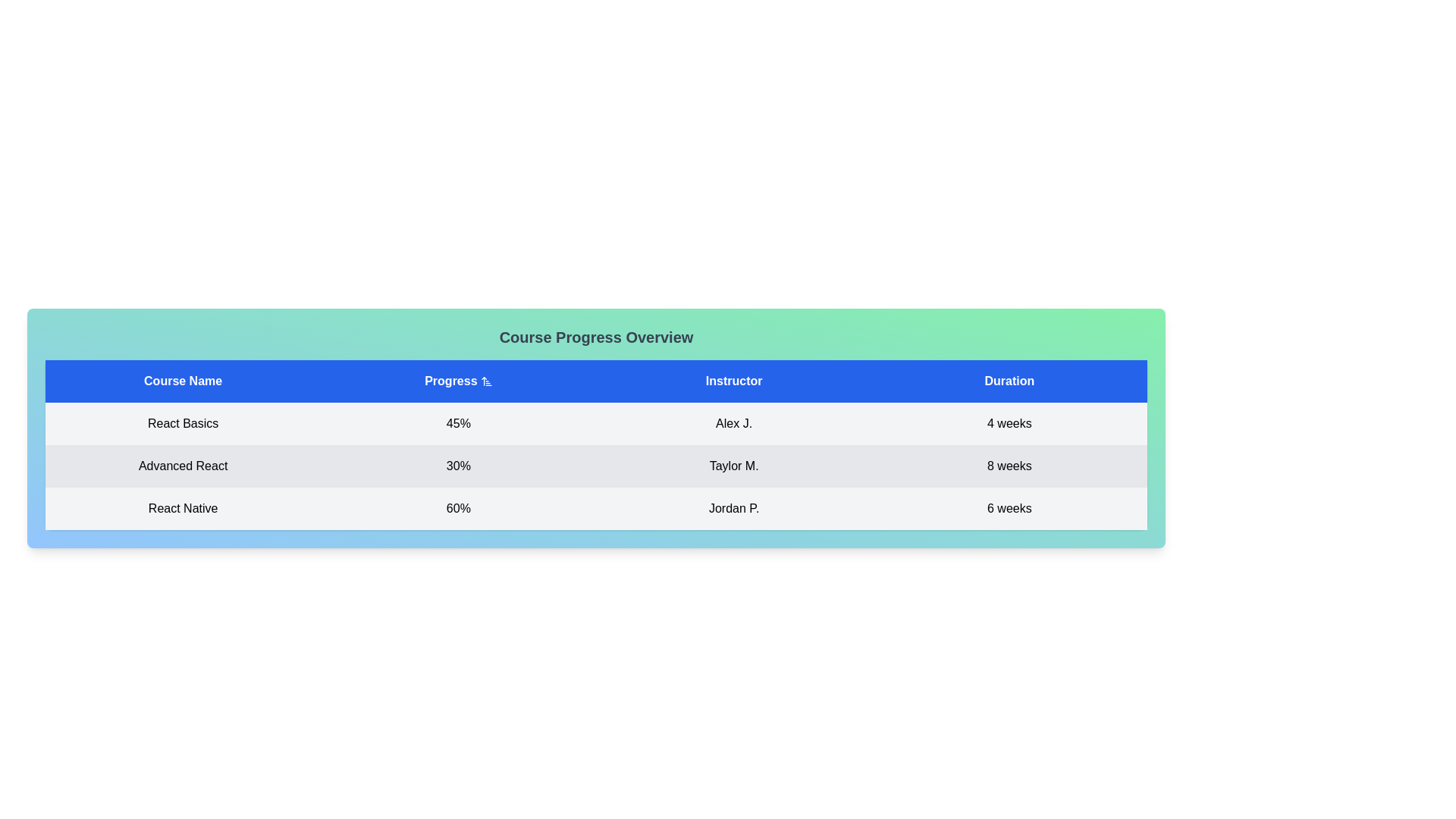 This screenshot has height=819, width=1456. What do you see at coordinates (457, 509) in the screenshot?
I see `the progress percentage text field indicating '60%' for the 'React Native' course located in the second column of the third row of the table` at bounding box center [457, 509].